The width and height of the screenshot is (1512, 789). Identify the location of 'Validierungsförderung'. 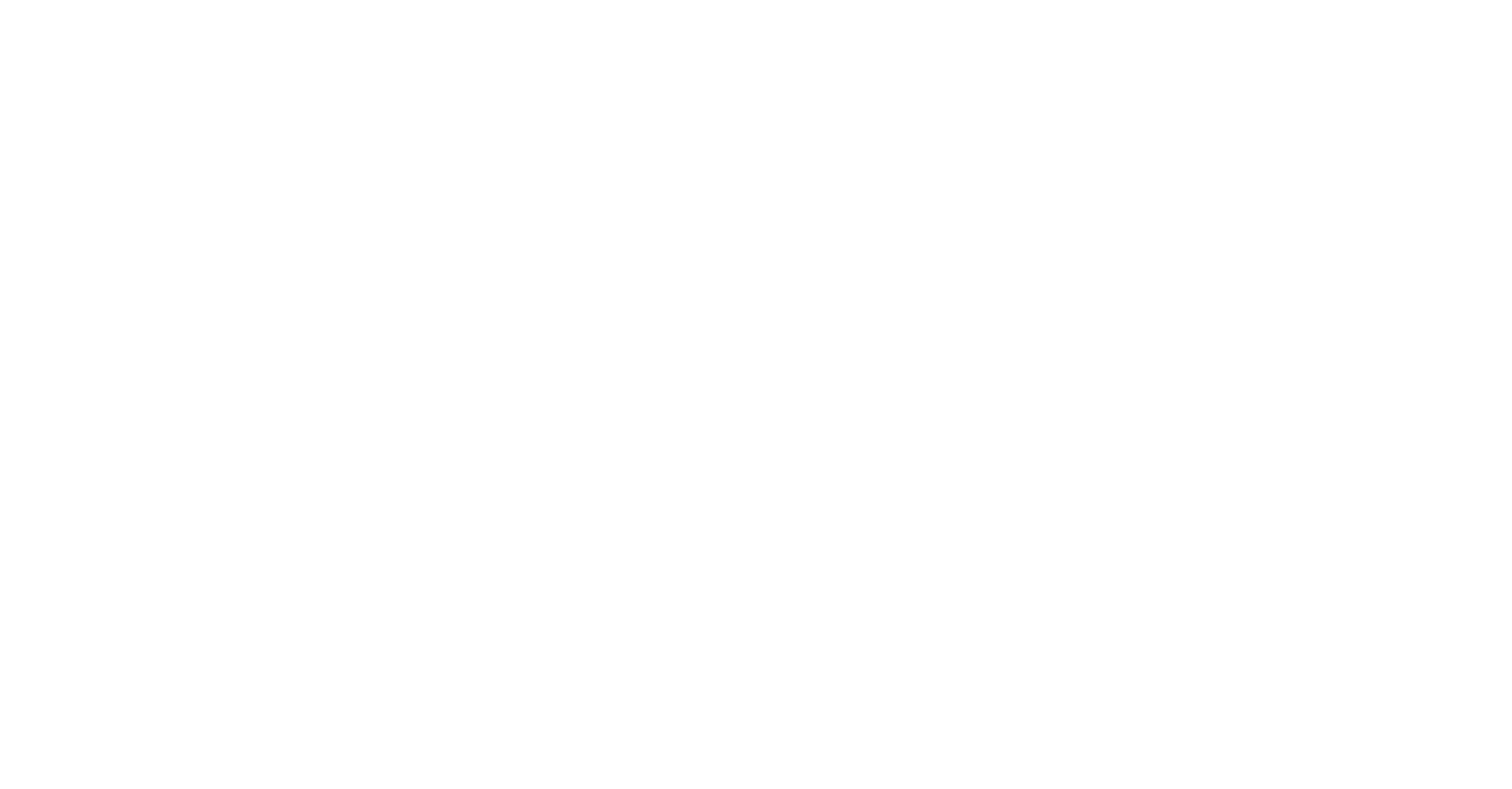
(69, 648).